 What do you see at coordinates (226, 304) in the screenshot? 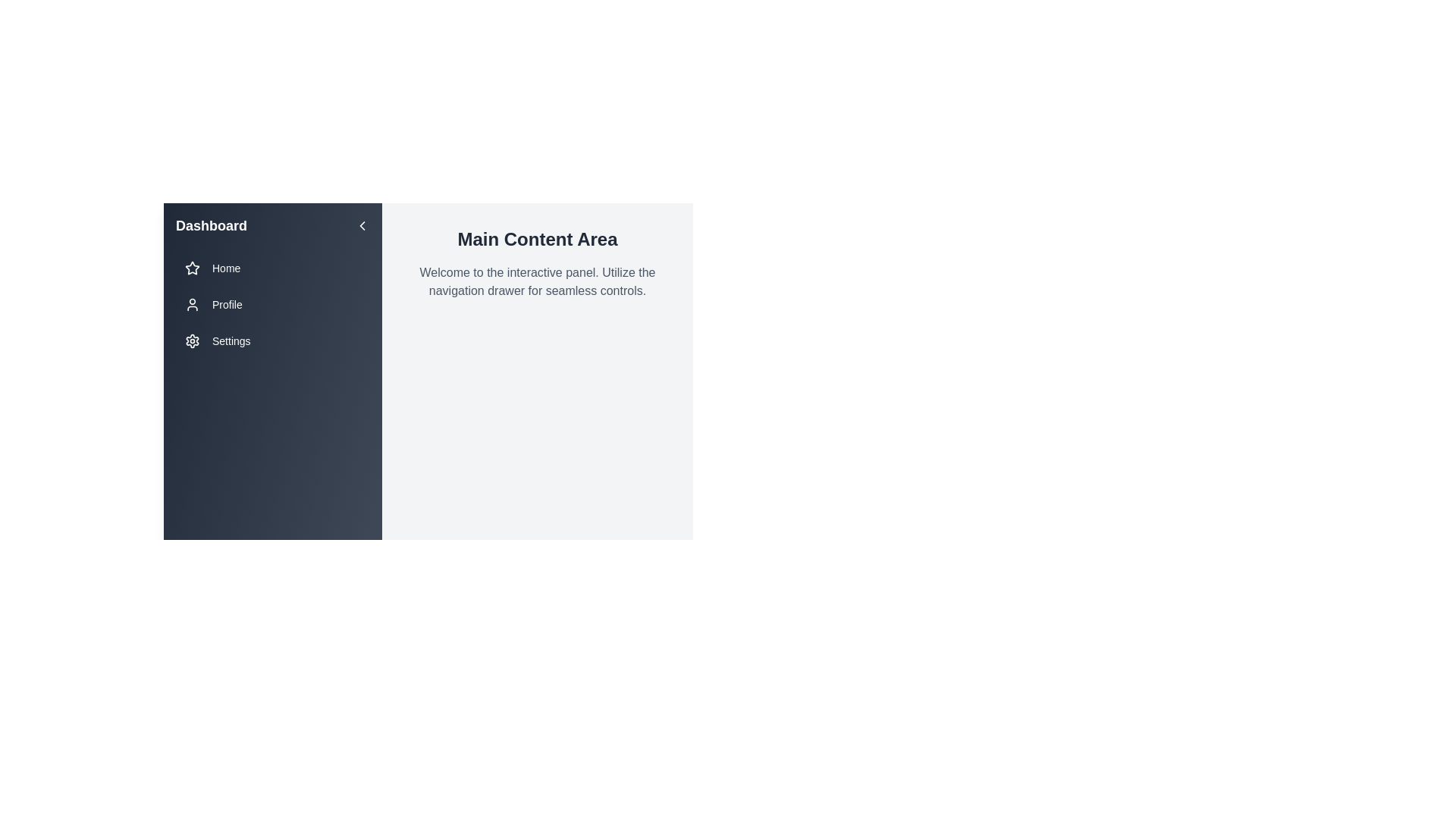
I see `the 'Profile' label in the navigation menu, which is located below the 'Home' item and above the 'Settings' item, and is styled with a small font size` at bounding box center [226, 304].